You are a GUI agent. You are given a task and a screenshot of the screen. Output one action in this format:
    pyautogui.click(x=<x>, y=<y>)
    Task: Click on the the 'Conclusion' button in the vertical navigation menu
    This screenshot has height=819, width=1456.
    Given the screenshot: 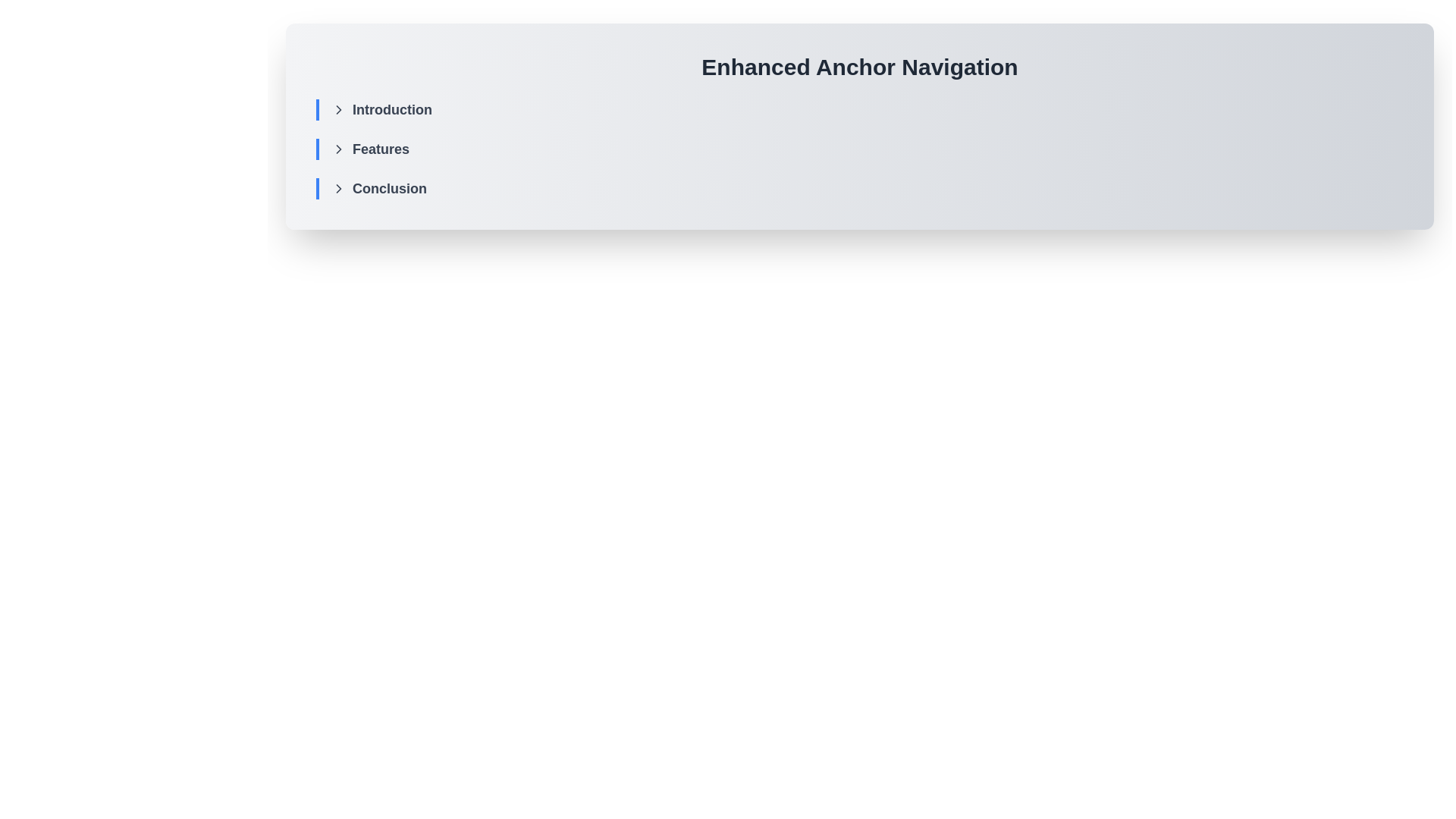 What is the action you would take?
    pyautogui.click(x=378, y=188)
    